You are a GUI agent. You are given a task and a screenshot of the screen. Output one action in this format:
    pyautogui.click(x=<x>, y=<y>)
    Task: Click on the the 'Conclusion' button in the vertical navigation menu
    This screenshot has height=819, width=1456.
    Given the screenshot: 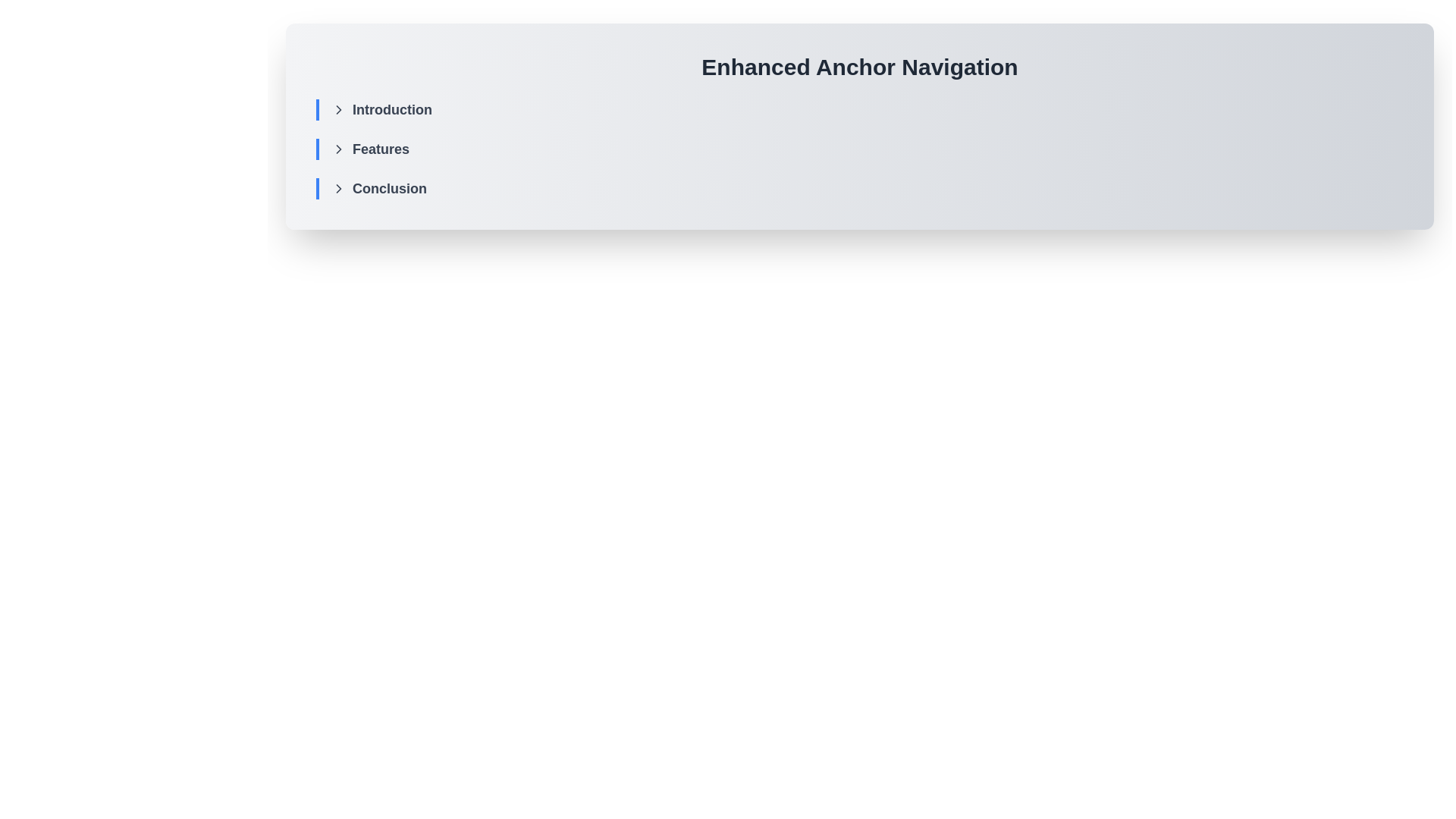 What is the action you would take?
    pyautogui.click(x=378, y=188)
    